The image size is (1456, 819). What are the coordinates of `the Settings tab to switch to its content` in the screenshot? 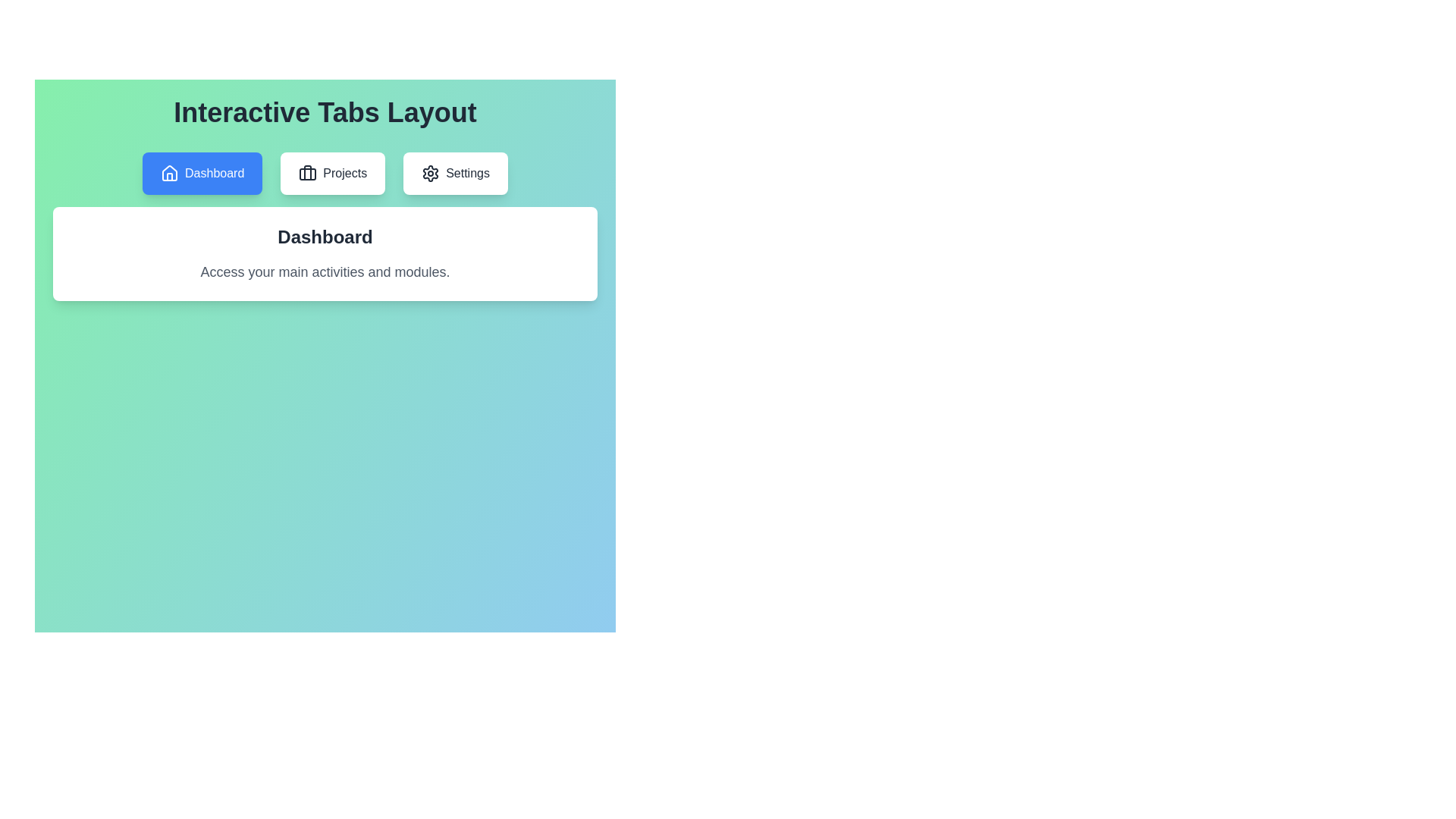 It's located at (454, 172).